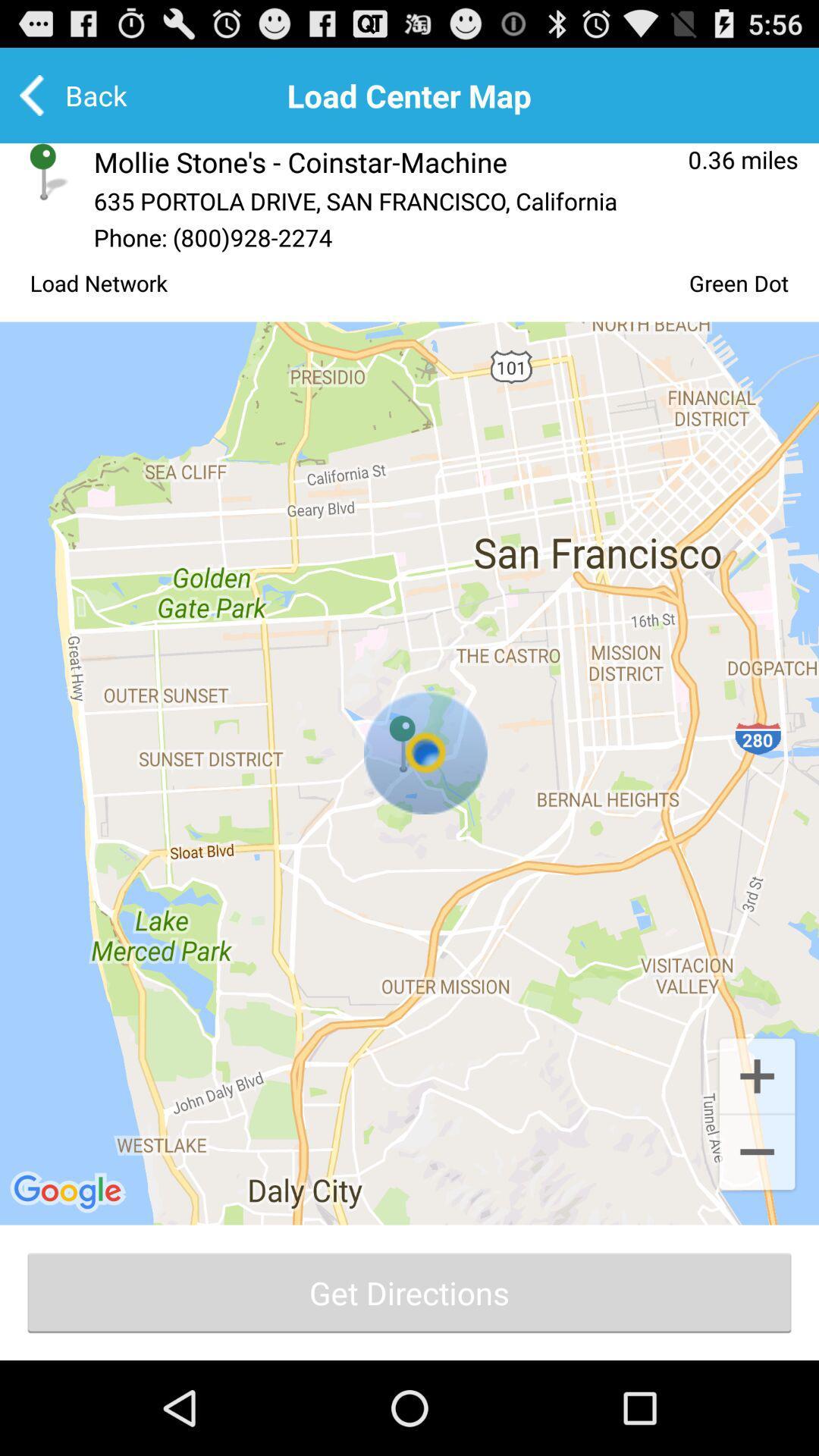 Image resolution: width=819 pixels, height=1456 pixels. Describe the element at coordinates (409, 1291) in the screenshot. I see `the last button` at that location.